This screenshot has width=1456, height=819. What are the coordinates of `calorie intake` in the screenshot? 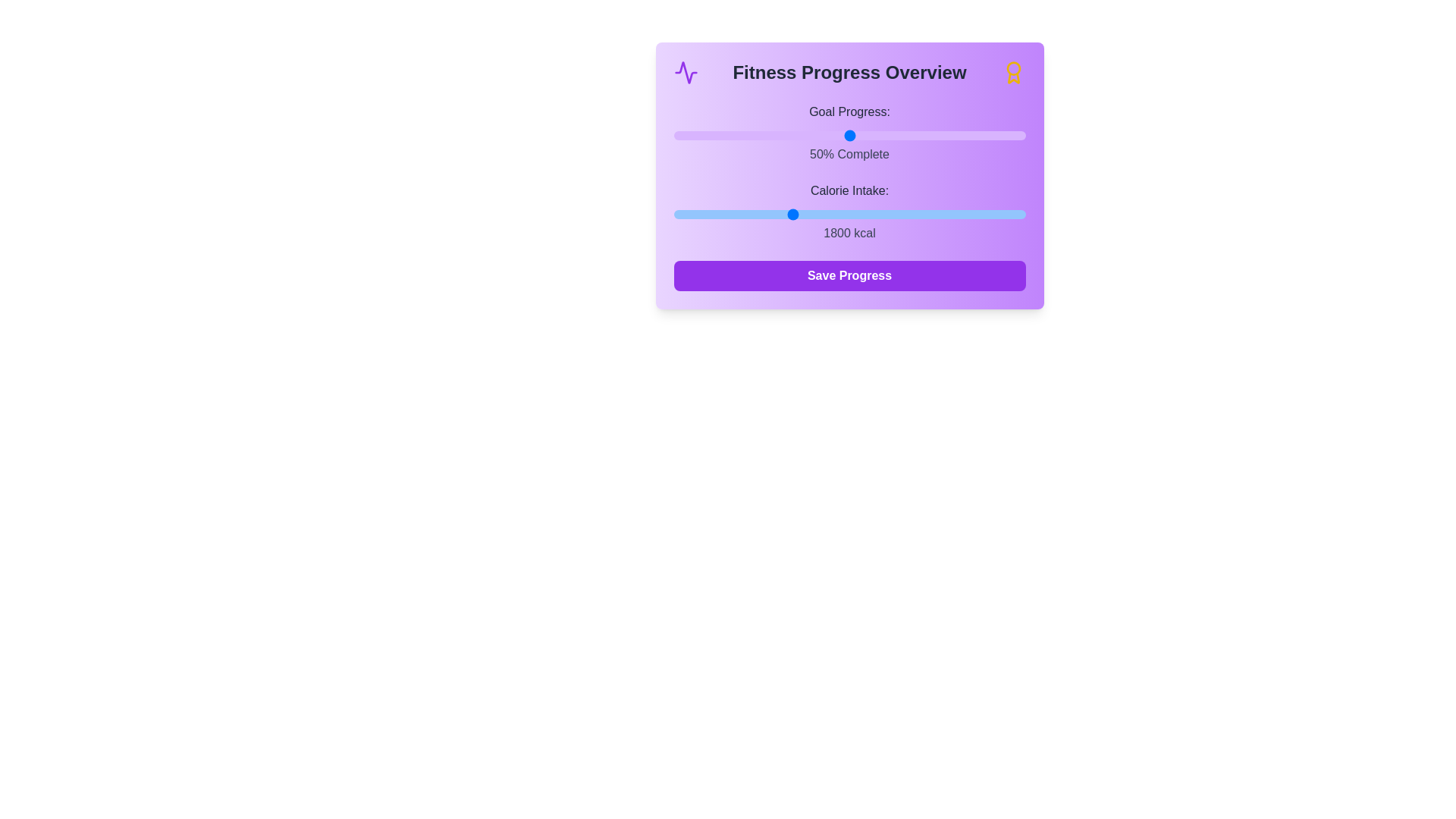 It's located at (728, 214).